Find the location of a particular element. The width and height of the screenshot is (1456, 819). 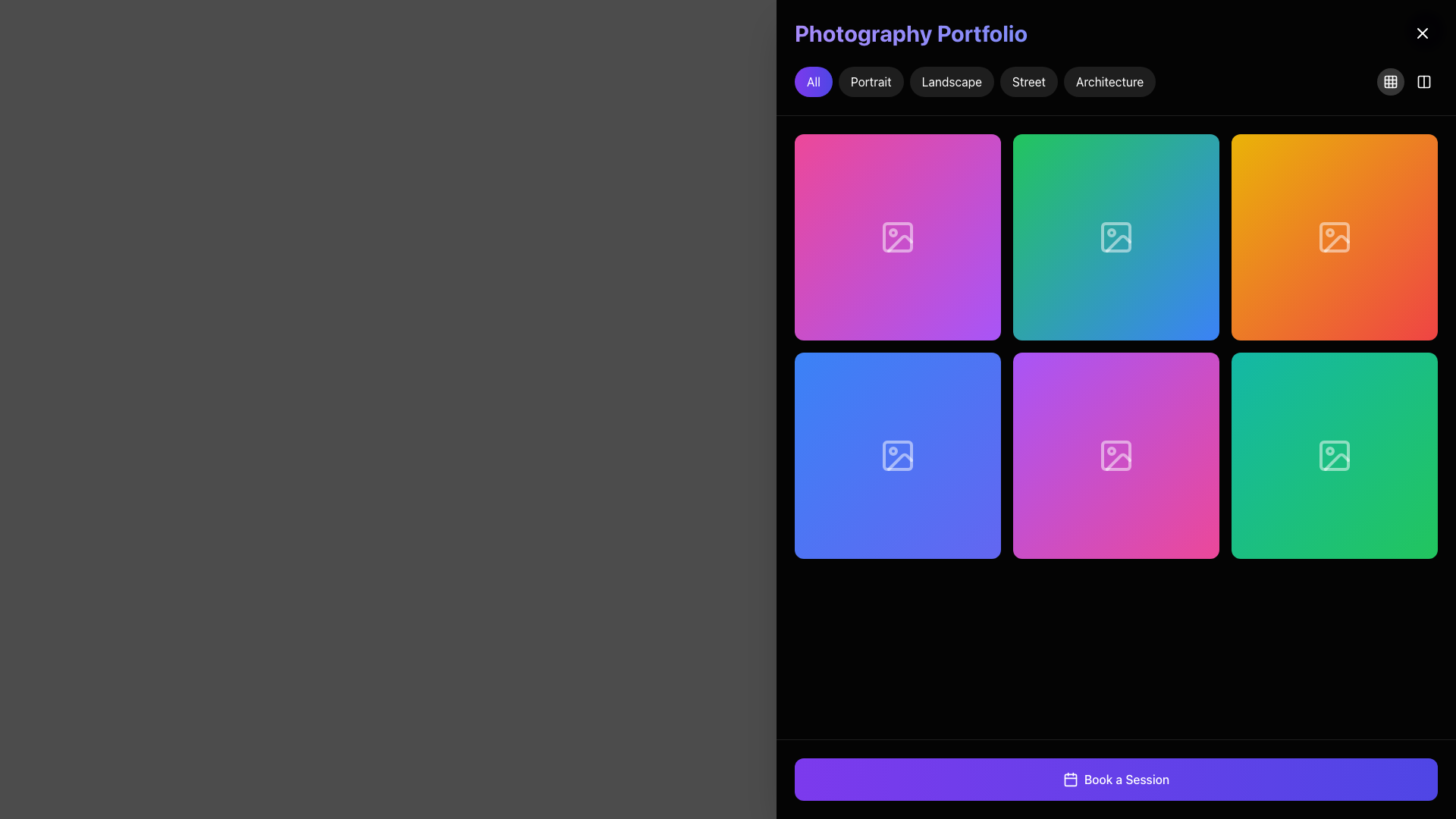

the first item in the gallery of the 'Photography Portfolio' section is located at coordinates (898, 237).